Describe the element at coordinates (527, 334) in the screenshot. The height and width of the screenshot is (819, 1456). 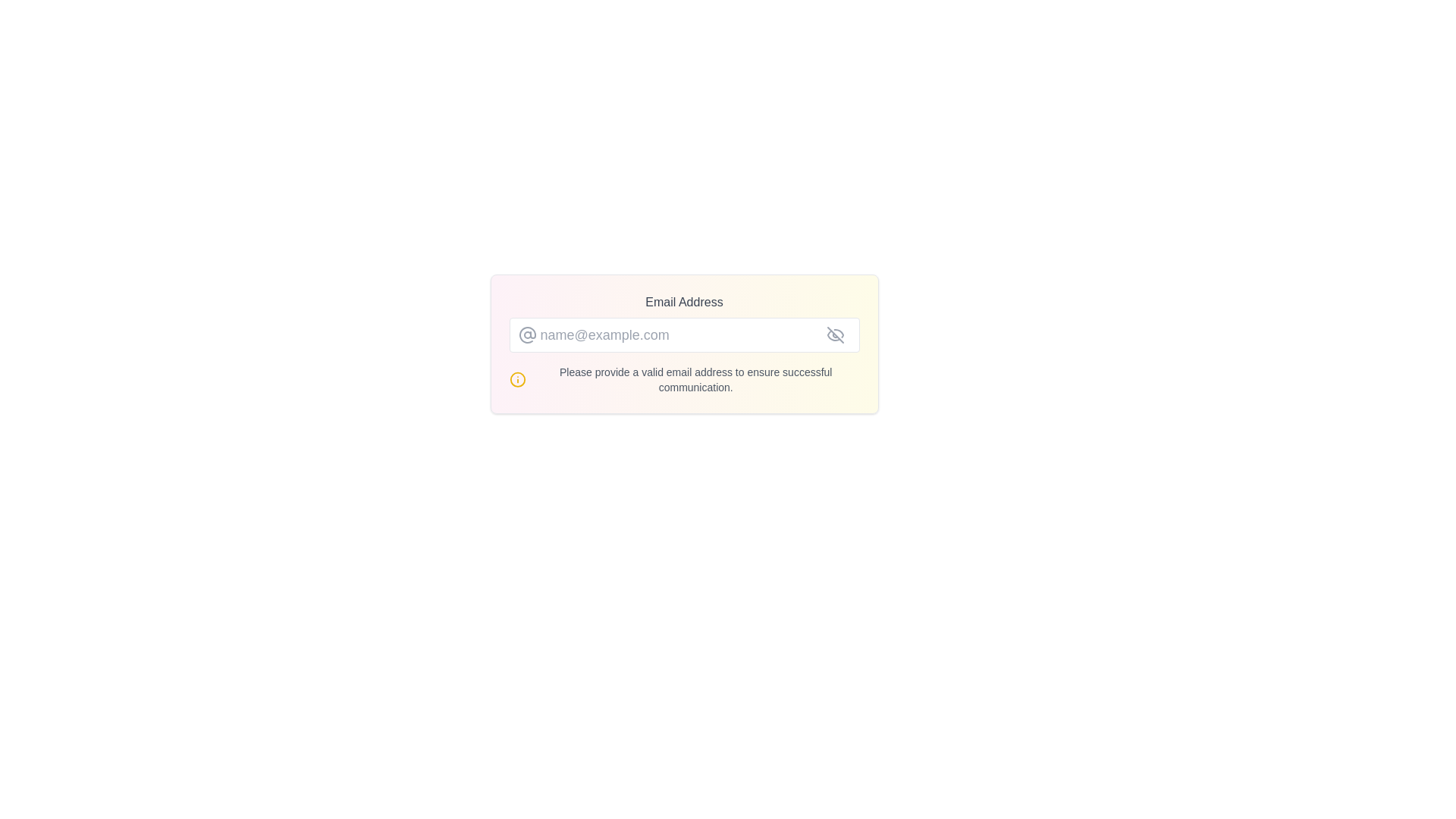
I see `the Icon (Visual Indicator) resembling an email symbol '@' with a cross marker inside, located to the left of the email input field` at that location.